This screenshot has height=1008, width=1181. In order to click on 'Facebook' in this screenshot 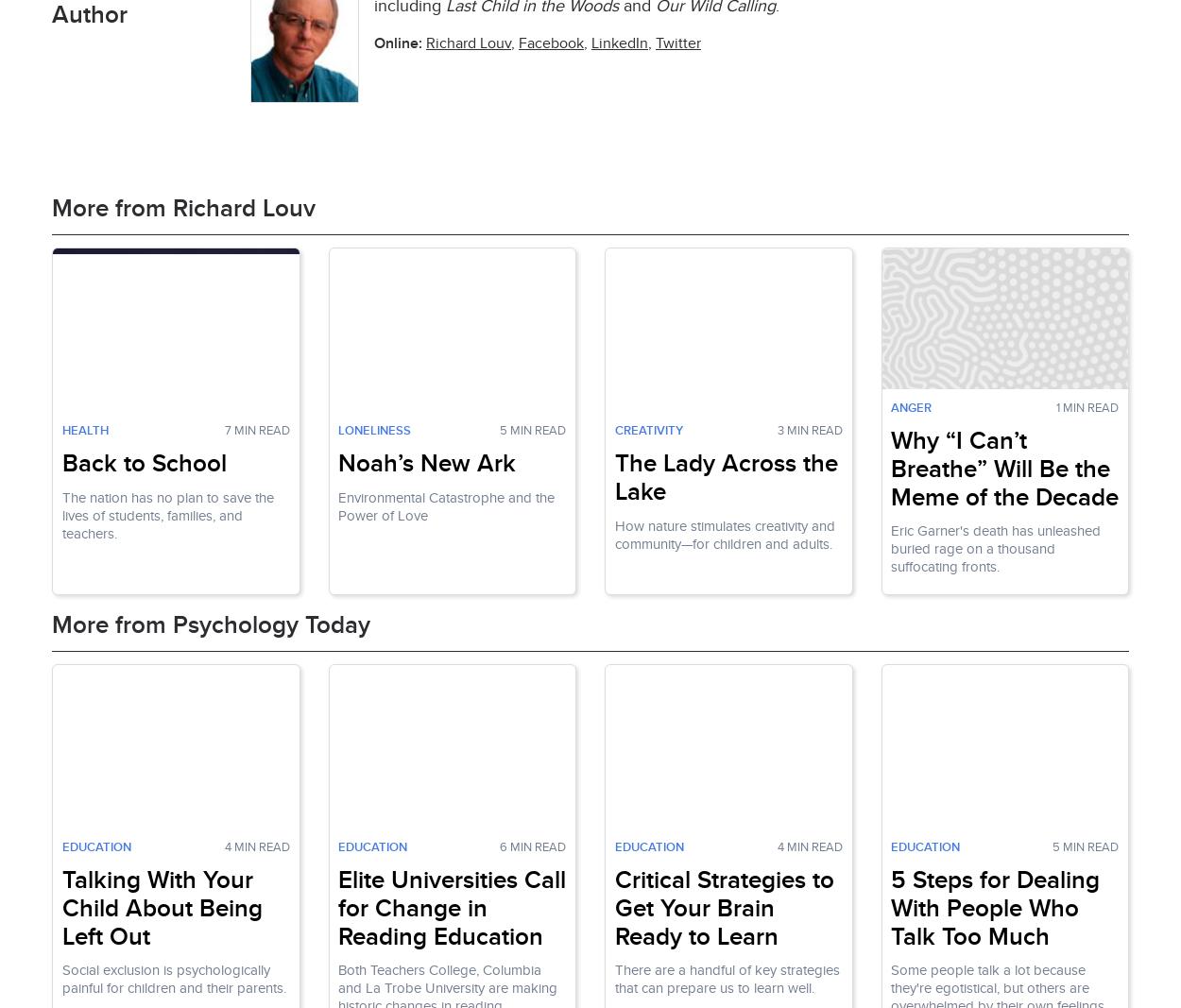, I will do `click(550, 41)`.